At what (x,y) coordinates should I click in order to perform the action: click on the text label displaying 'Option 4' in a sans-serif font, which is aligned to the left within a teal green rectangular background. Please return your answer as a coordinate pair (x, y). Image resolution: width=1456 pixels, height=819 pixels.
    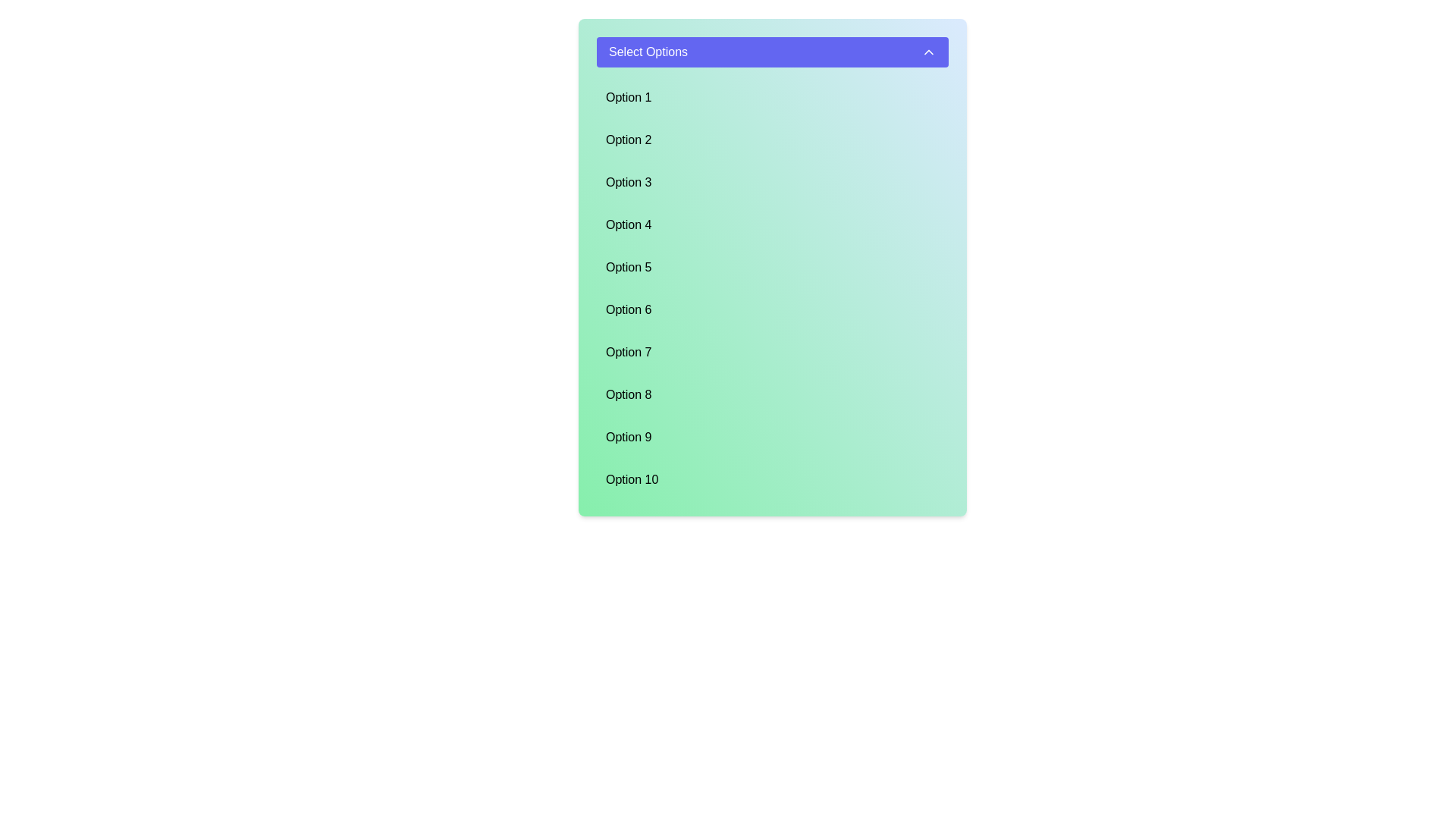
    Looking at the image, I should click on (629, 225).